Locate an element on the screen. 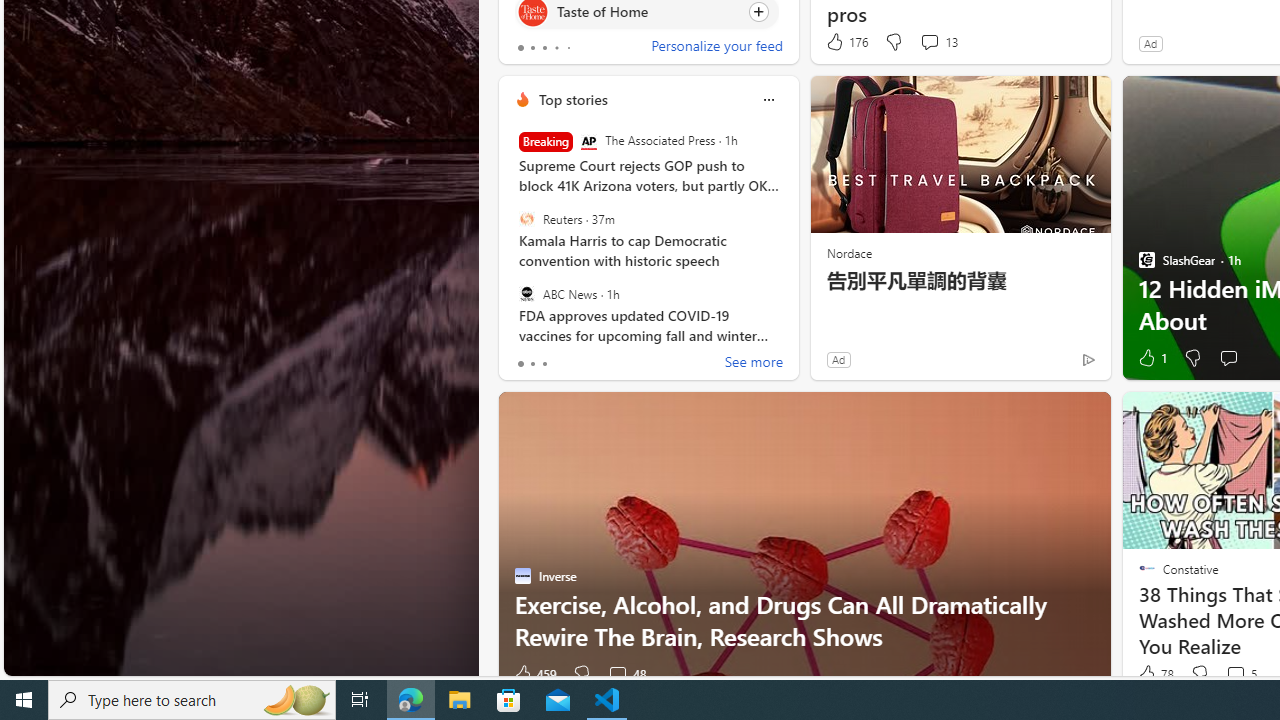 The height and width of the screenshot is (720, 1280). 'Top stories' is located at coordinates (571, 99).